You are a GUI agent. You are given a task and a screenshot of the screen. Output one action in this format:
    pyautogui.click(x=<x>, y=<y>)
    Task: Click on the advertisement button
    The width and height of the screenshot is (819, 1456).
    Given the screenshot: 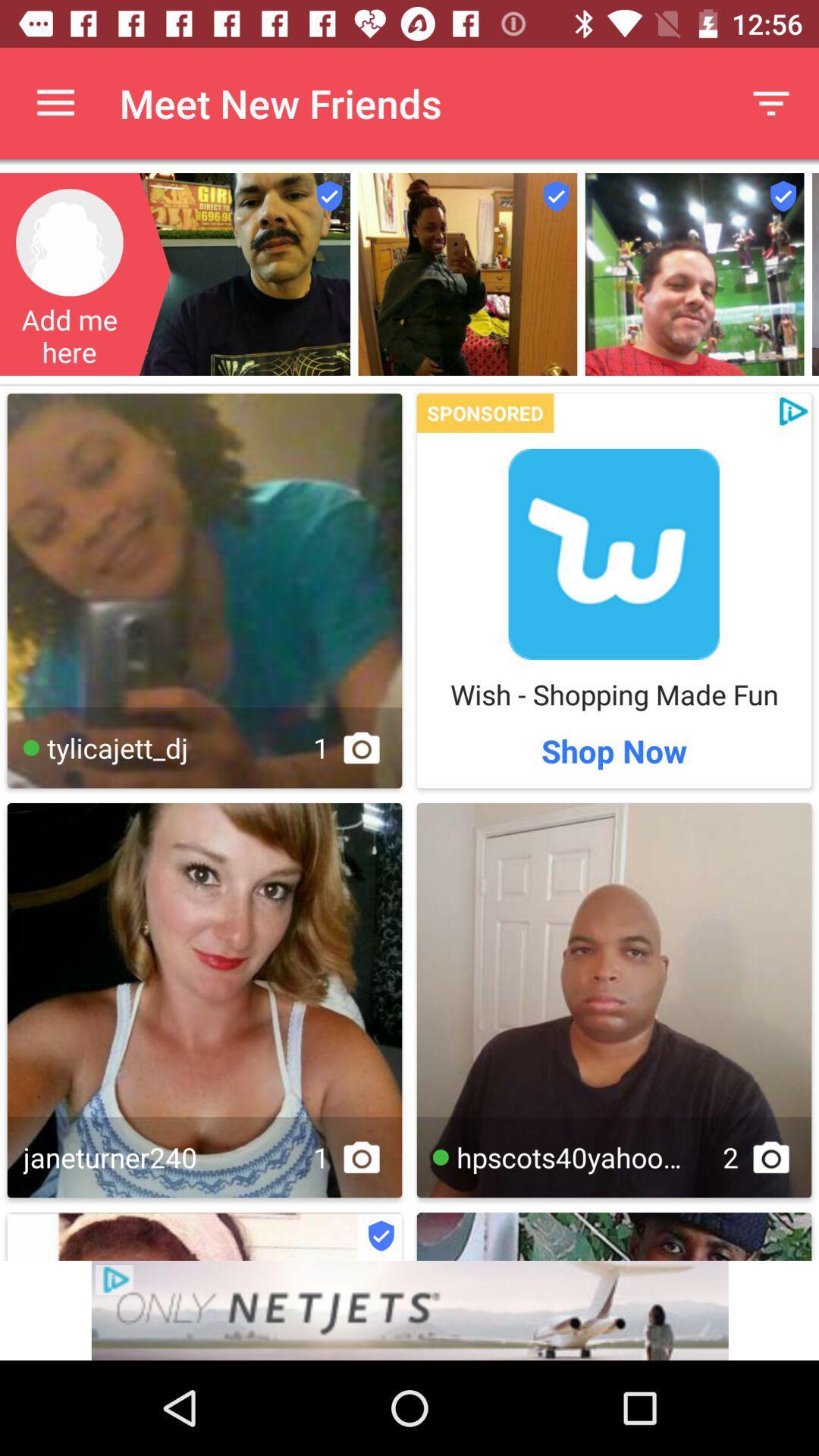 What is the action you would take?
    pyautogui.click(x=409, y=1310)
    